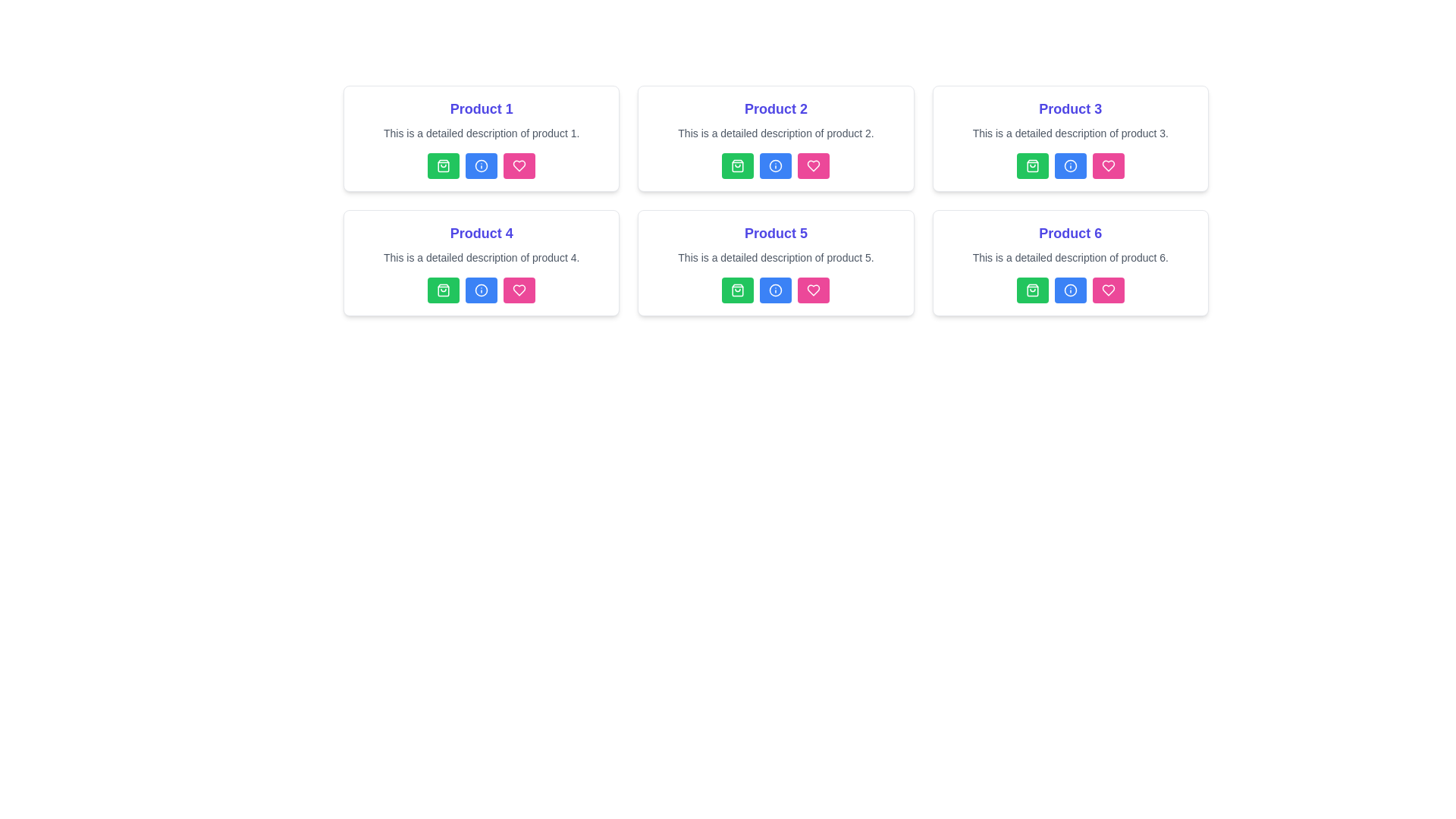 Image resolution: width=1456 pixels, height=819 pixels. Describe the element at coordinates (738, 166) in the screenshot. I see `the shopping cart icon button located below the product description for 'Product 2', which is the first button on the left of the button group` at that location.